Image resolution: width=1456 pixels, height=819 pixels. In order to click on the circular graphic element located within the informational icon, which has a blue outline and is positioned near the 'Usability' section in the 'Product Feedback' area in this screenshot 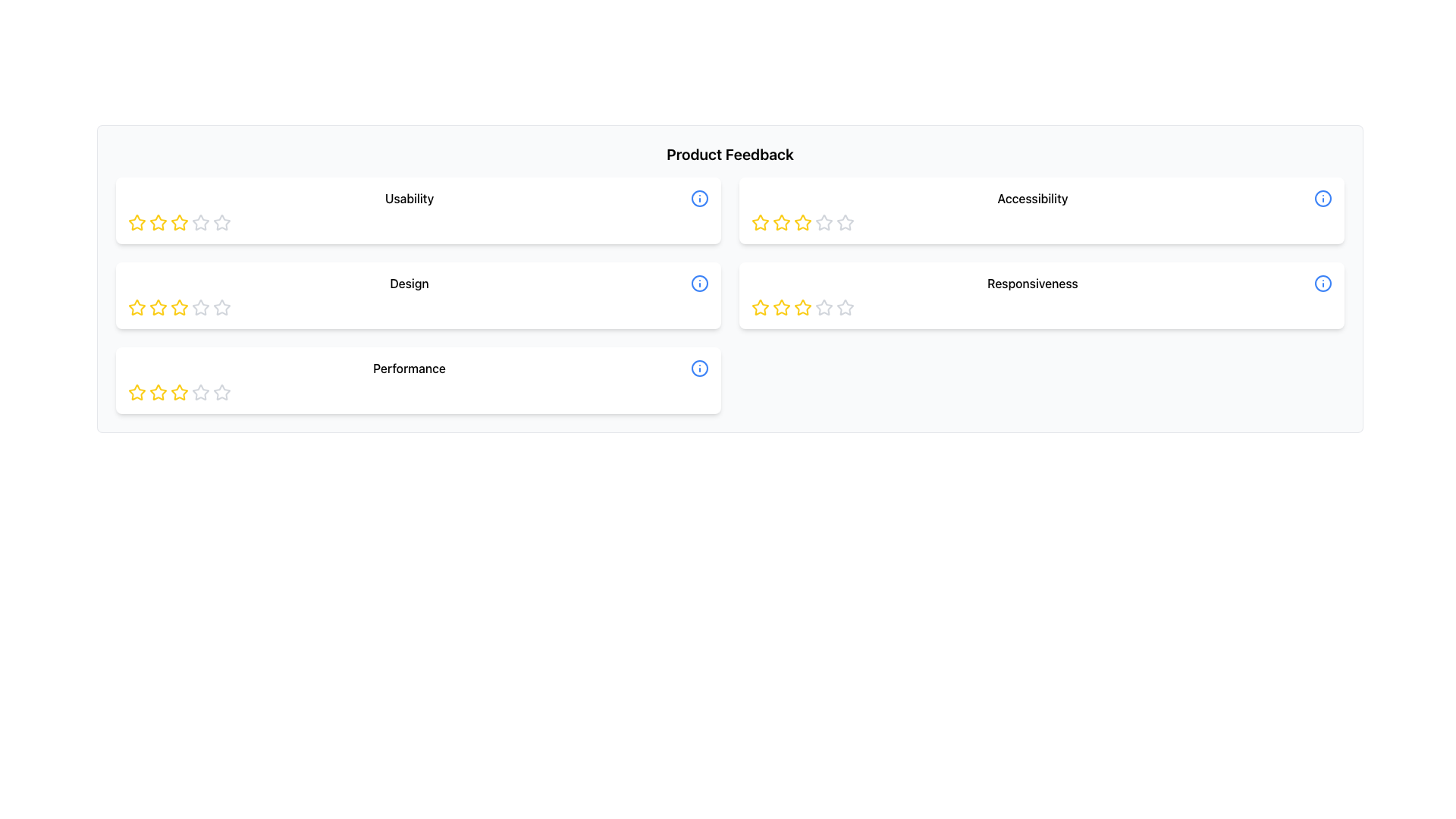, I will do `click(698, 198)`.